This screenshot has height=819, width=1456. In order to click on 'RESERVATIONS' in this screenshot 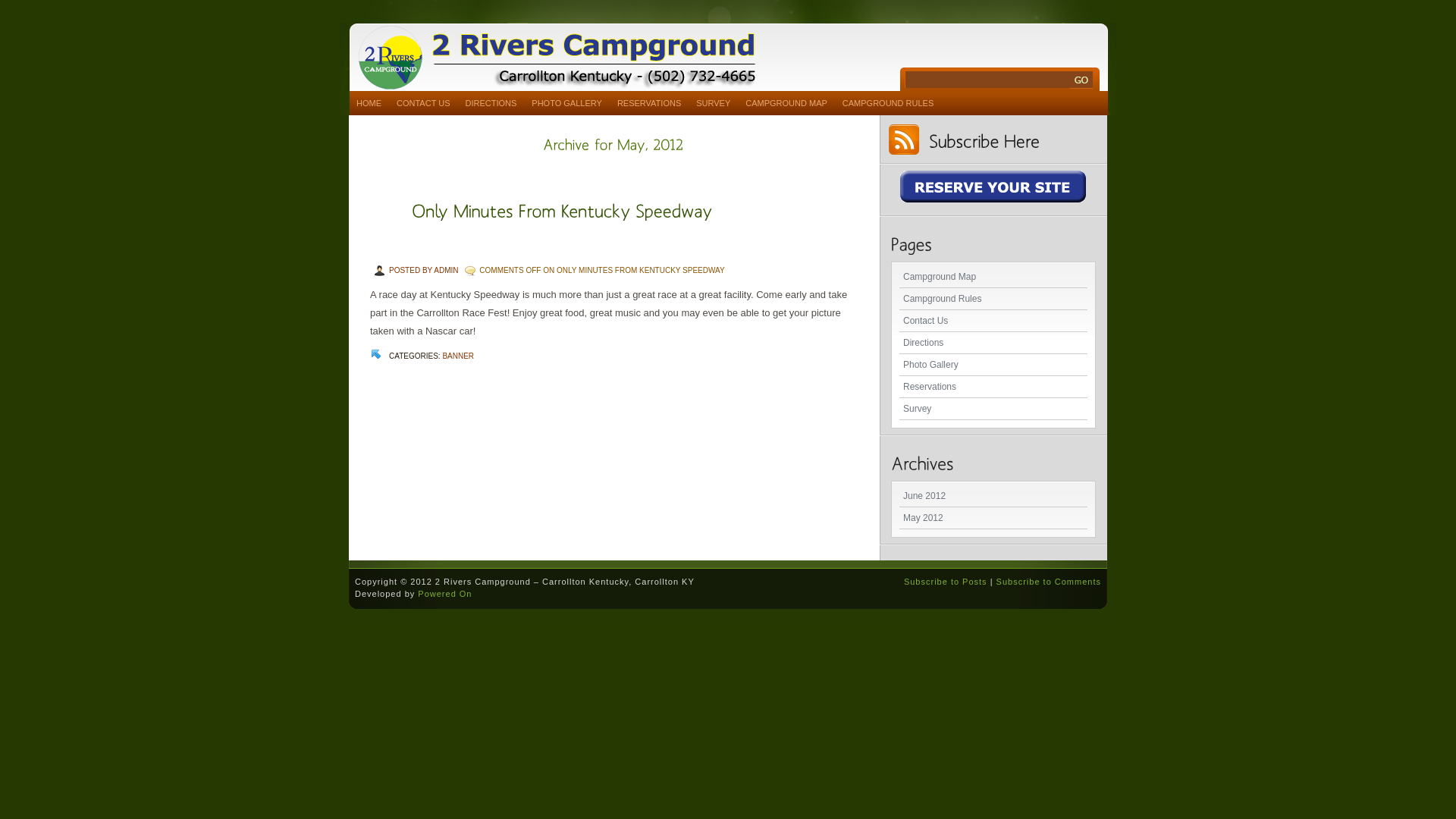, I will do `click(610, 102)`.